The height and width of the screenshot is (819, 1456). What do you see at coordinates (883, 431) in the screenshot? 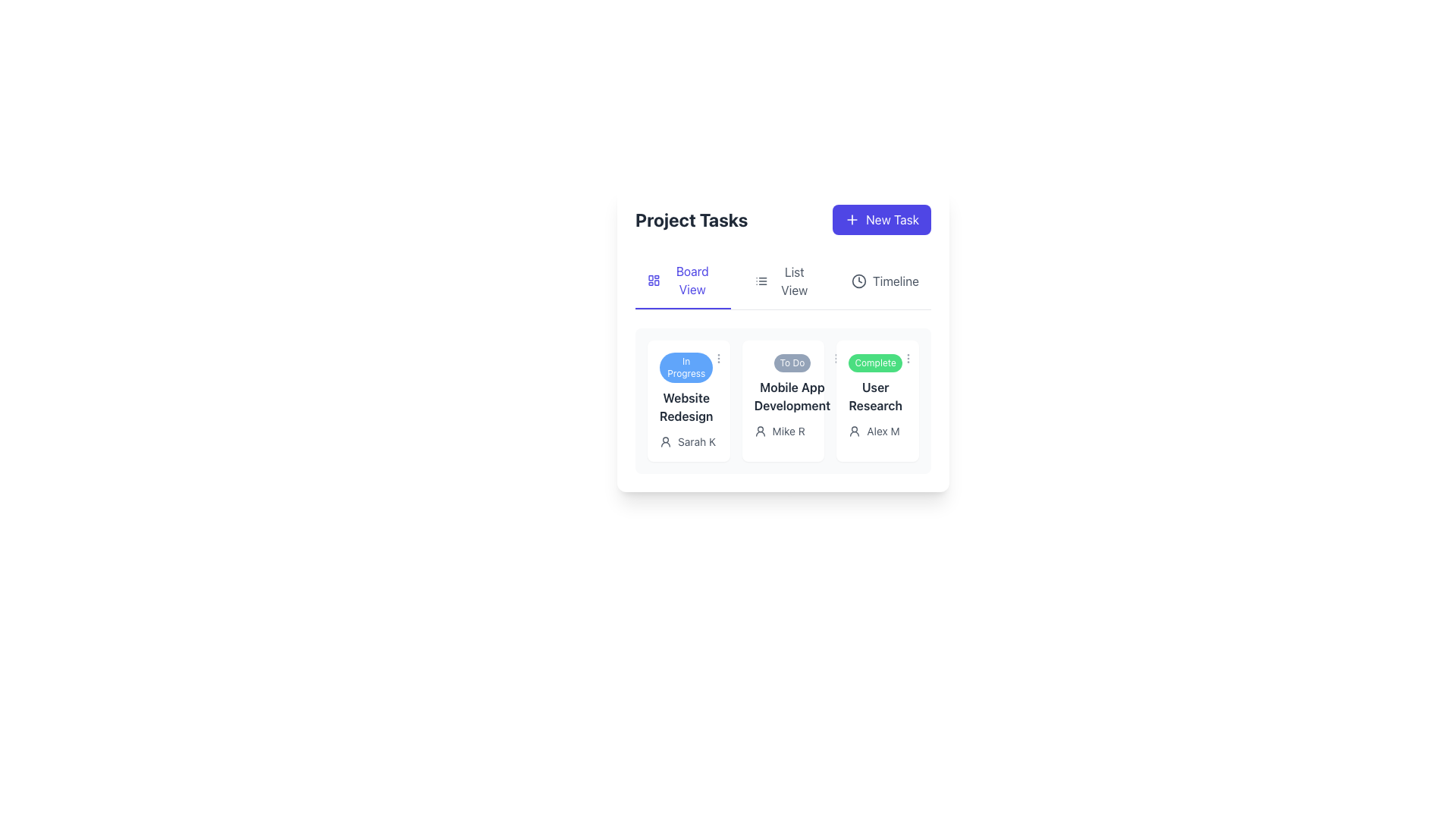
I see `the text label displaying 'Alex M' styled in gray, located in the 'User Research' card within the 'Project Tasks' section` at bounding box center [883, 431].